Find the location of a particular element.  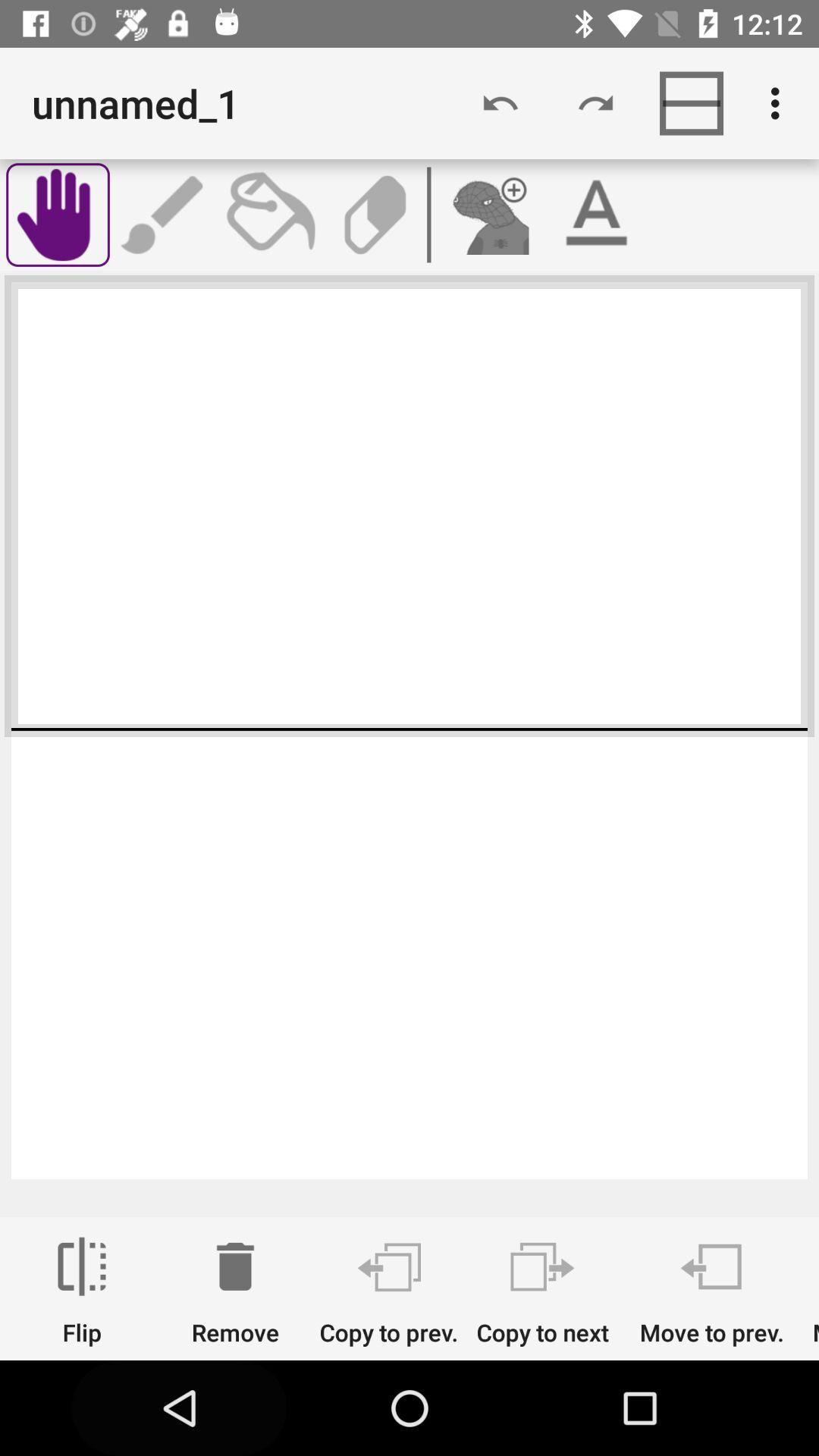

flip item is located at coordinates (82, 1291).